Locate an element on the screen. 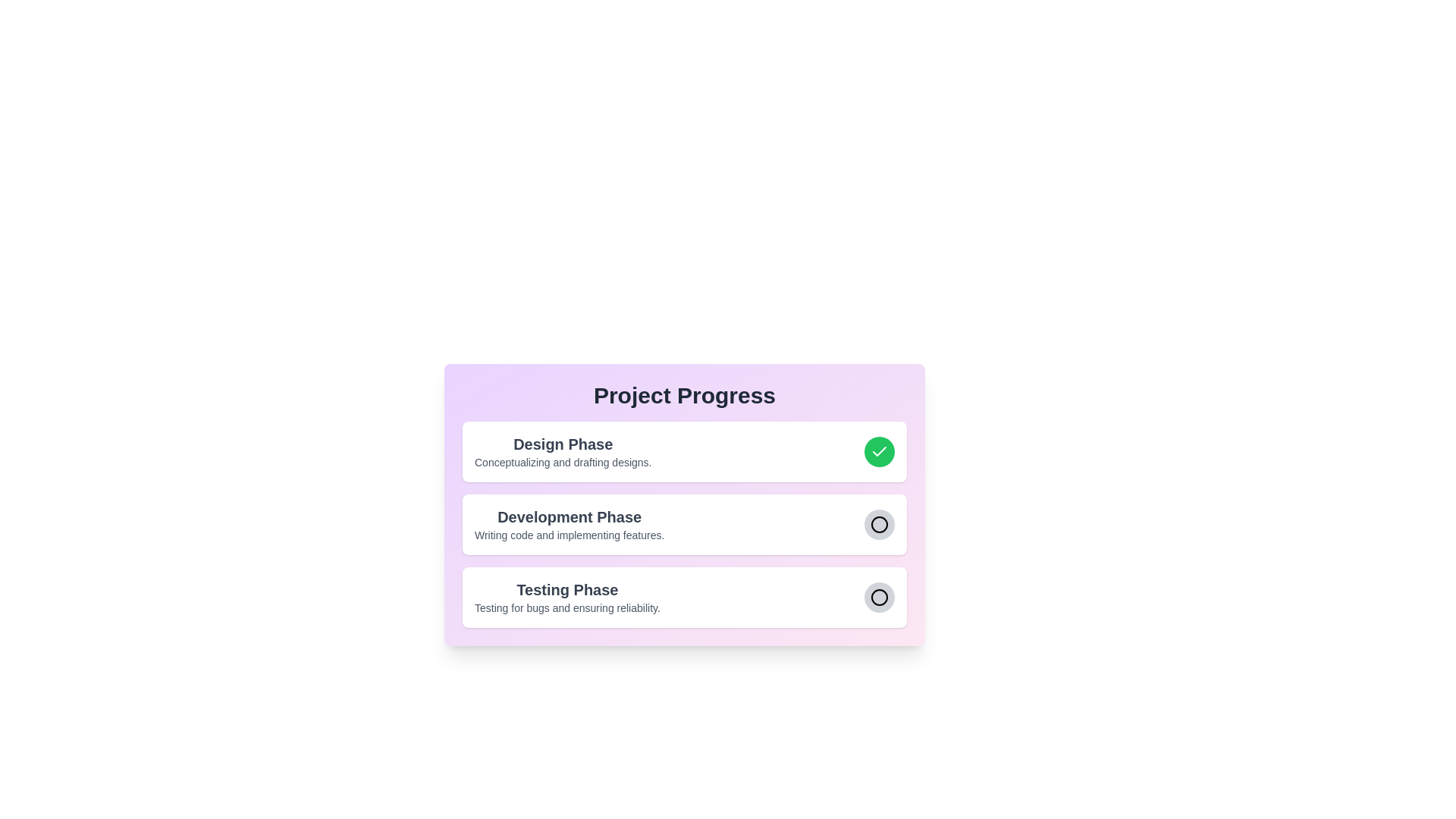 This screenshot has height=819, width=1456. the Circular Progress Indicator located to the right of the 'Development Phase' section, which aligns with the text 'Writing code and implementing features.' is located at coordinates (874, 523).